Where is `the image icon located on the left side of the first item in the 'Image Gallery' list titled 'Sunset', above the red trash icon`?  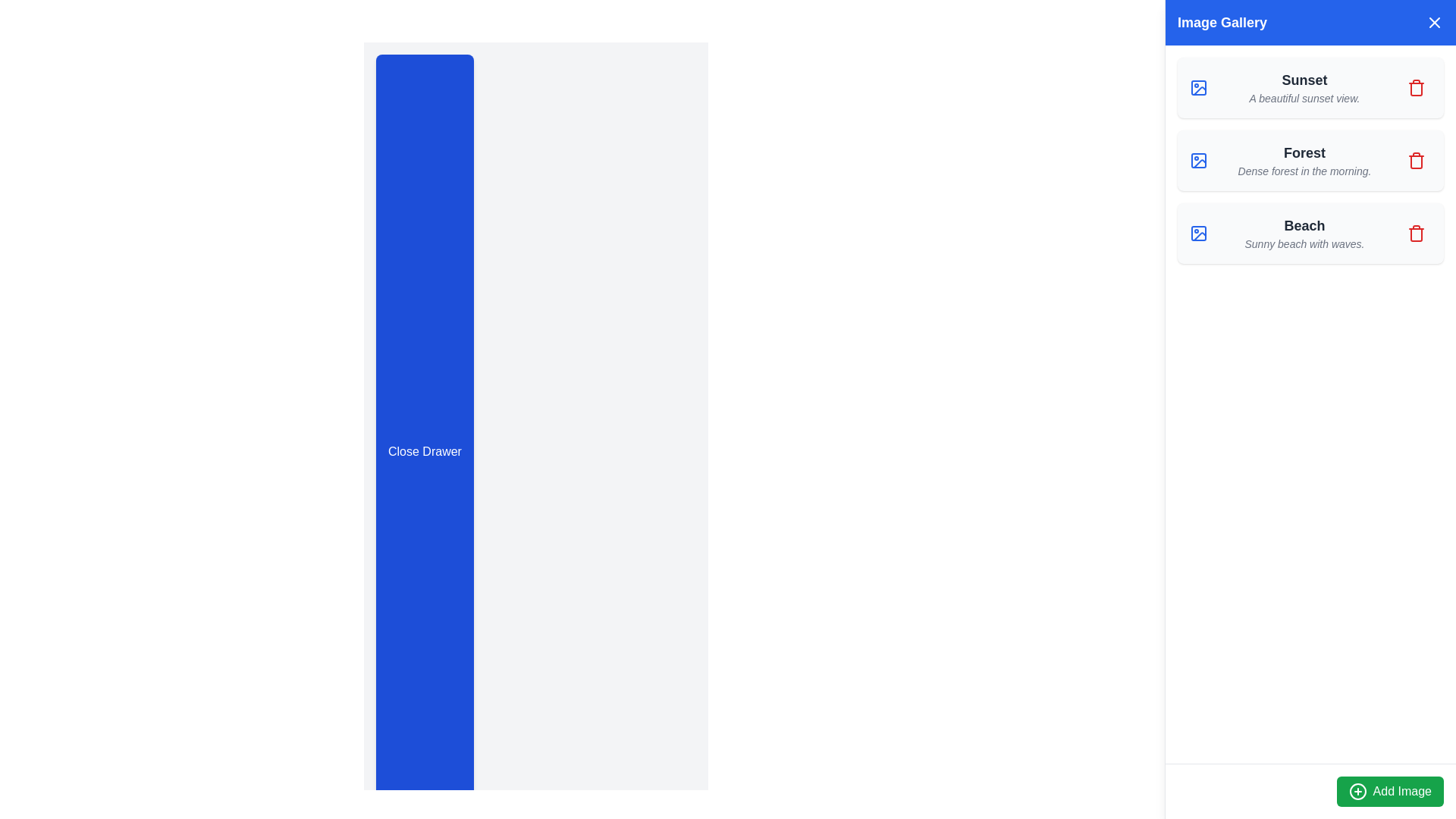
the image icon located on the left side of the first item in the 'Image Gallery' list titled 'Sunset', above the red trash icon is located at coordinates (1197, 87).